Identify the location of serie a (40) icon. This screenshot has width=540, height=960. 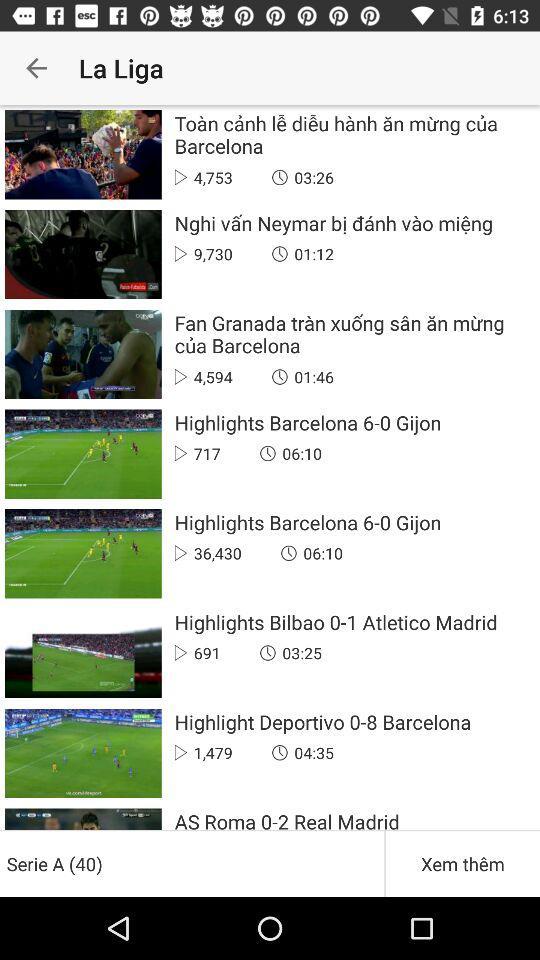
(192, 863).